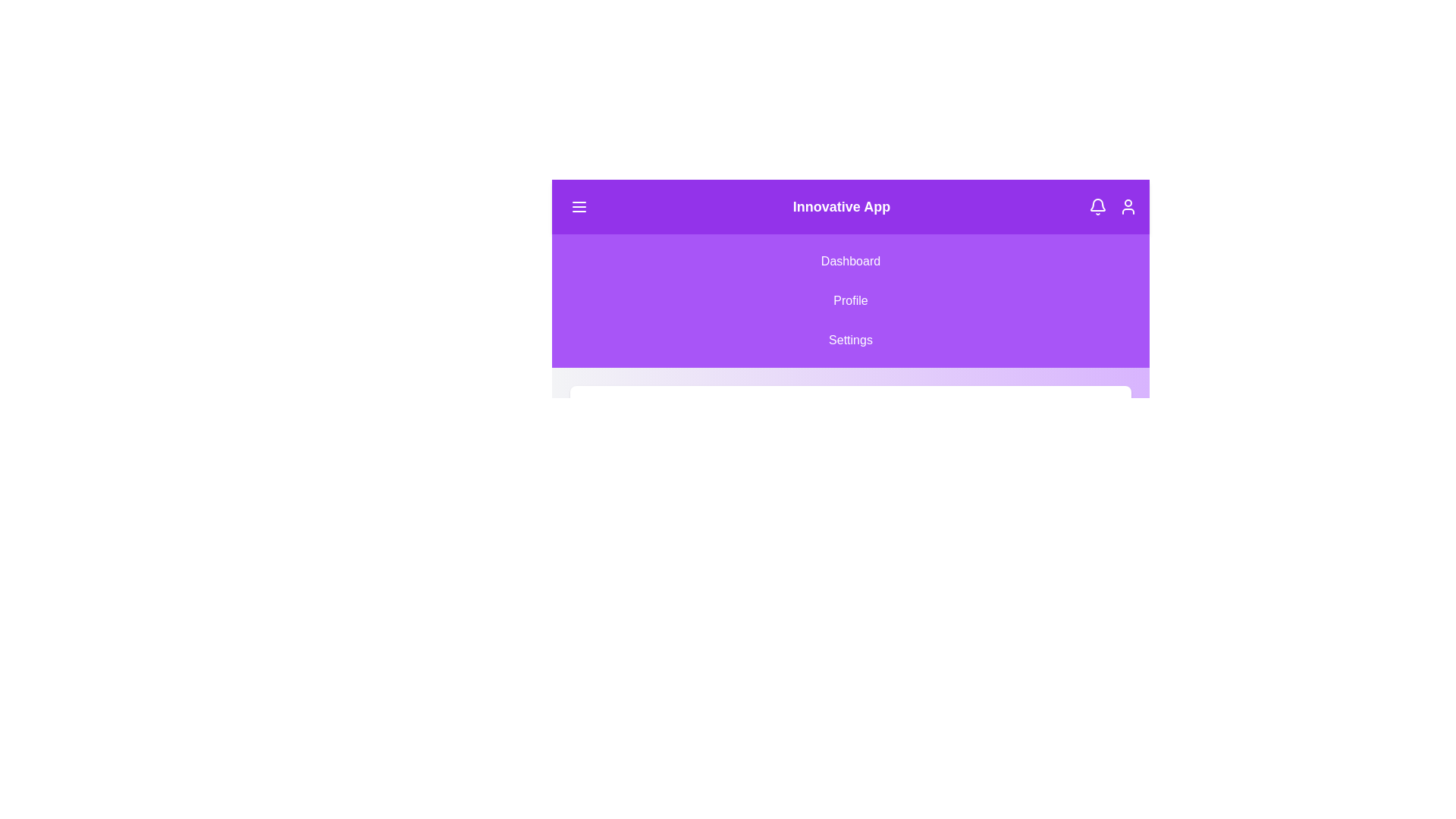 The height and width of the screenshot is (819, 1456). What do you see at coordinates (851, 301) in the screenshot?
I see `the Profile from the navigation menu` at bounding box center [851, 301].